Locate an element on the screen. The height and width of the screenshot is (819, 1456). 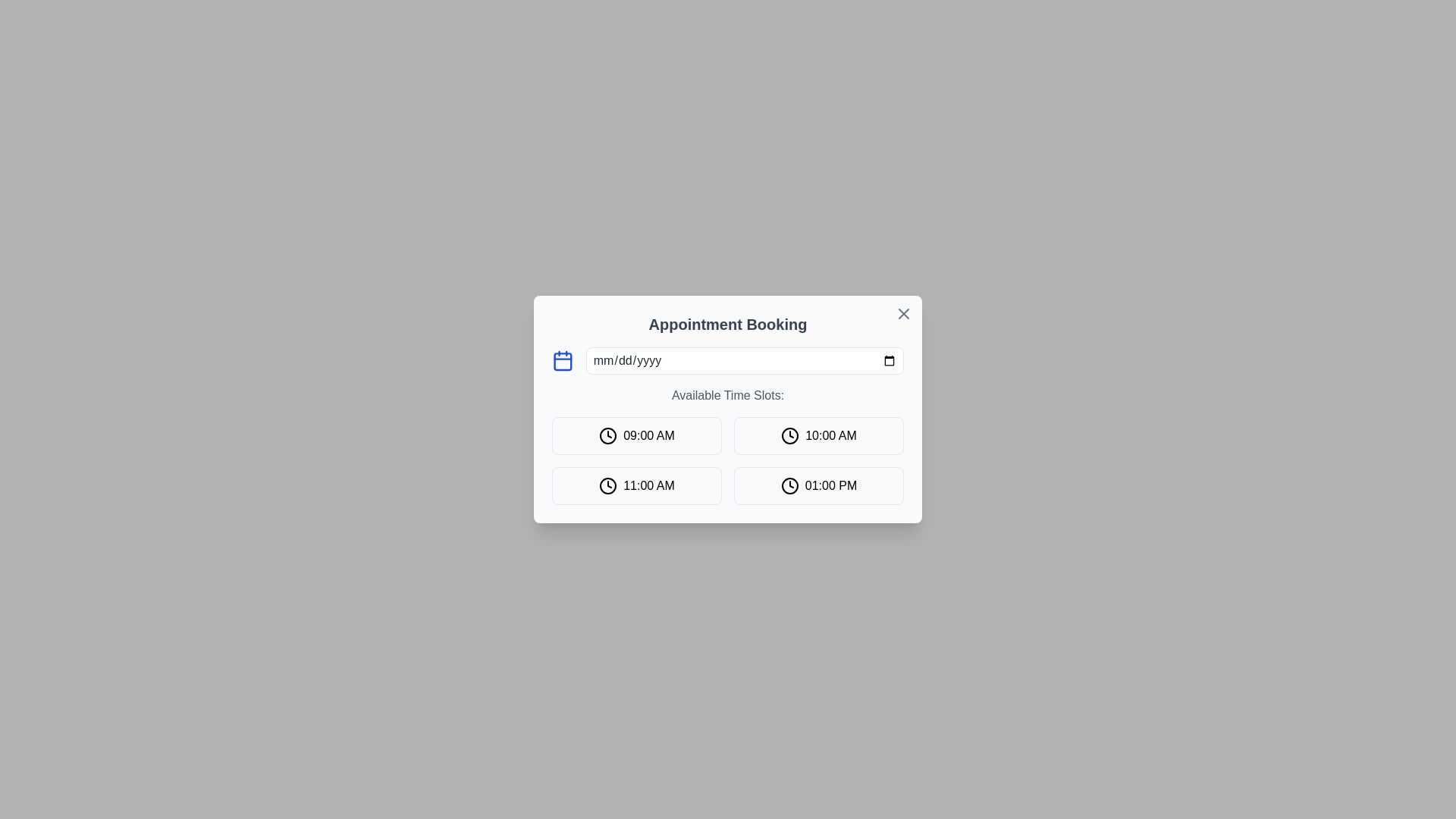
the button that allows the user to select the 09:00 AM time slot for an appointment or event is located at coordinates (637, 435).